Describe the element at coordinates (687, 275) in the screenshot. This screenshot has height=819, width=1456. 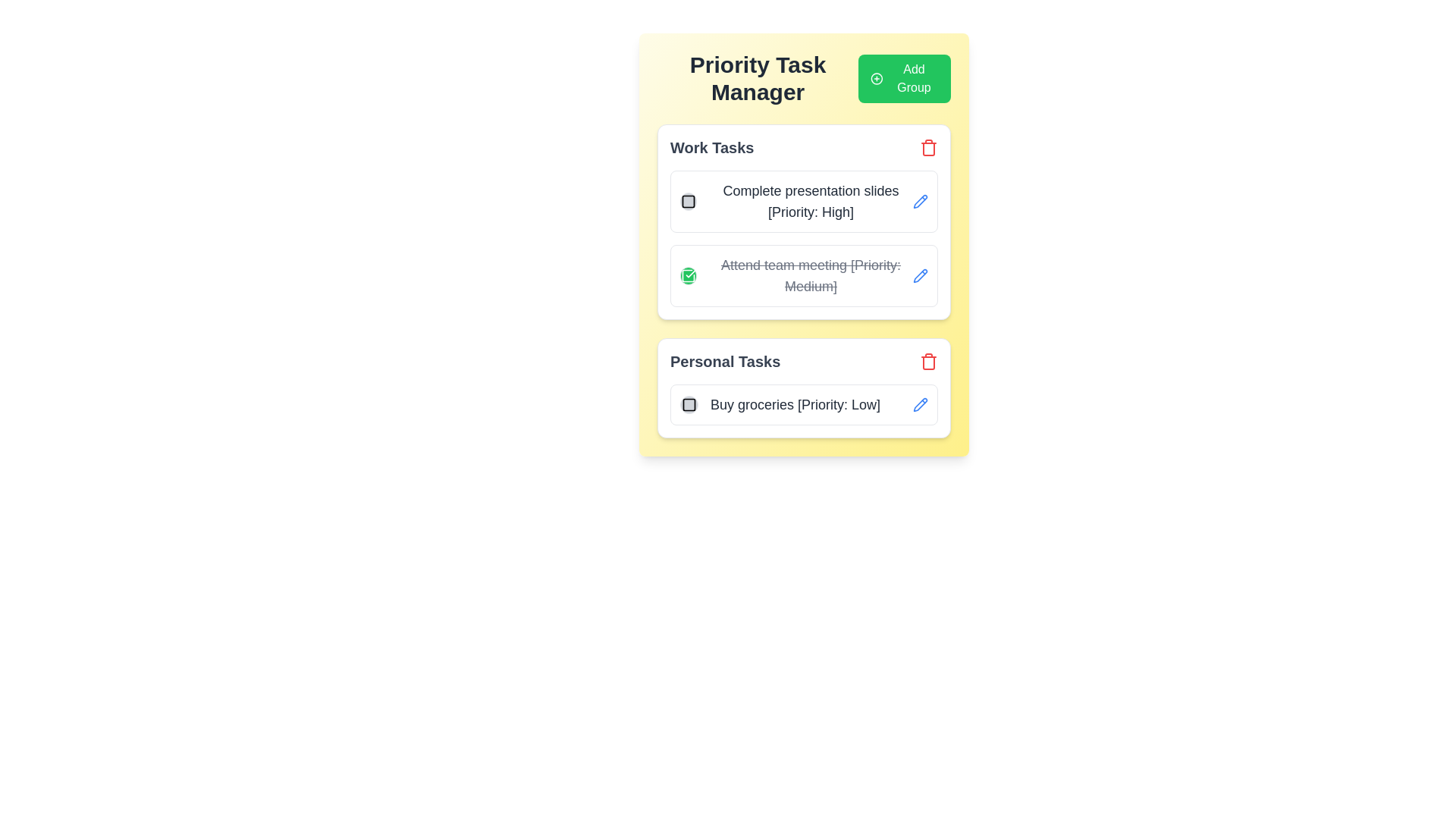
I see `the Checkbox styled as a button` at that location.